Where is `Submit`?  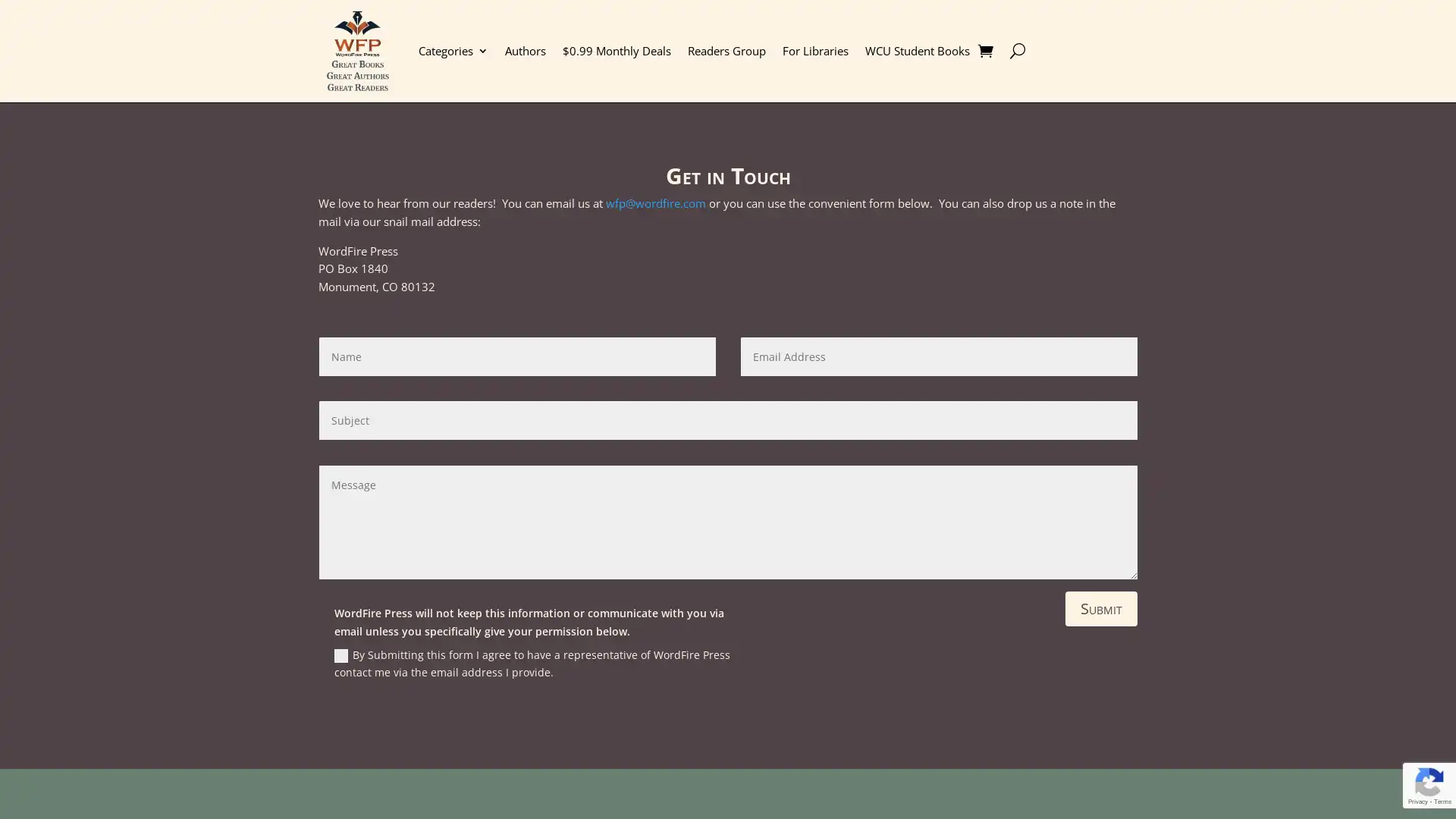
Submit is located at coordinates (1101, 607).